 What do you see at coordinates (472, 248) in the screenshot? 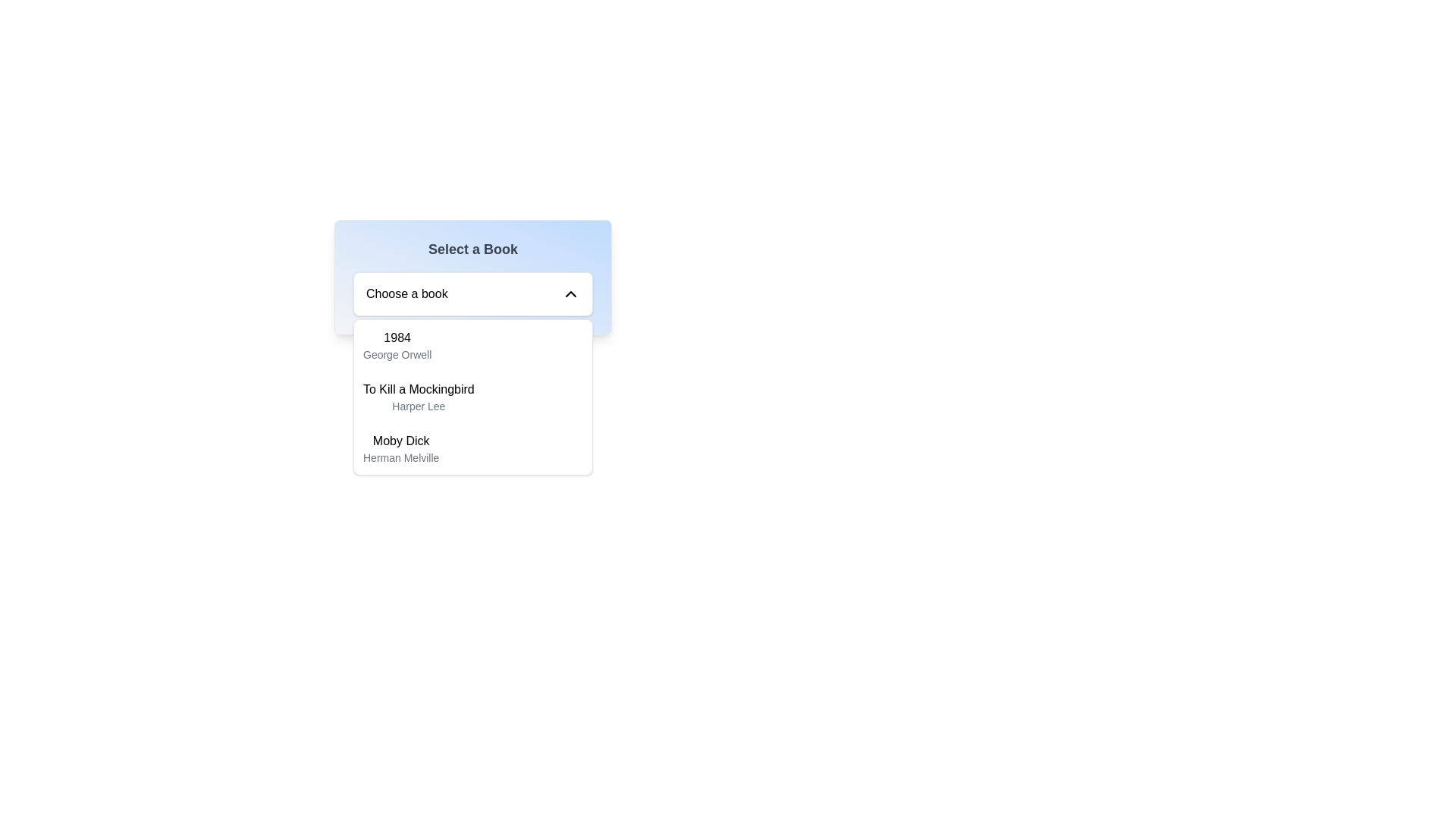
I see `the centered, bold, large-sized gray text label that states 'Select a Book', located at the top section of a card-like interface component` at bounding box center [472, 248].